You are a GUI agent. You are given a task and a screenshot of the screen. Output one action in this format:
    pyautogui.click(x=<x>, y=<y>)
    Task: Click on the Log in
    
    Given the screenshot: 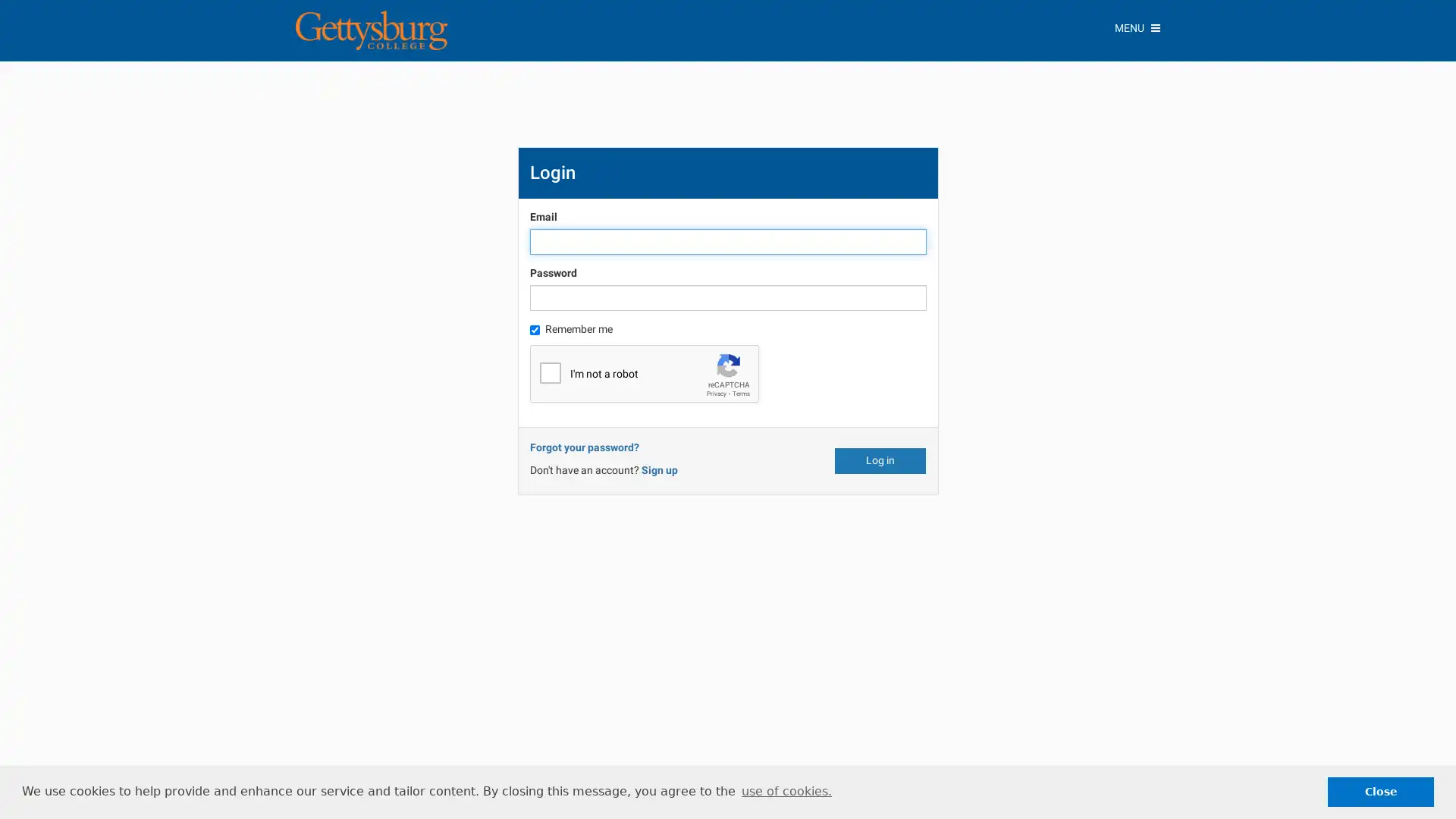 What is the action you would take?
    pyautogui.click(x=880, y=459)
    